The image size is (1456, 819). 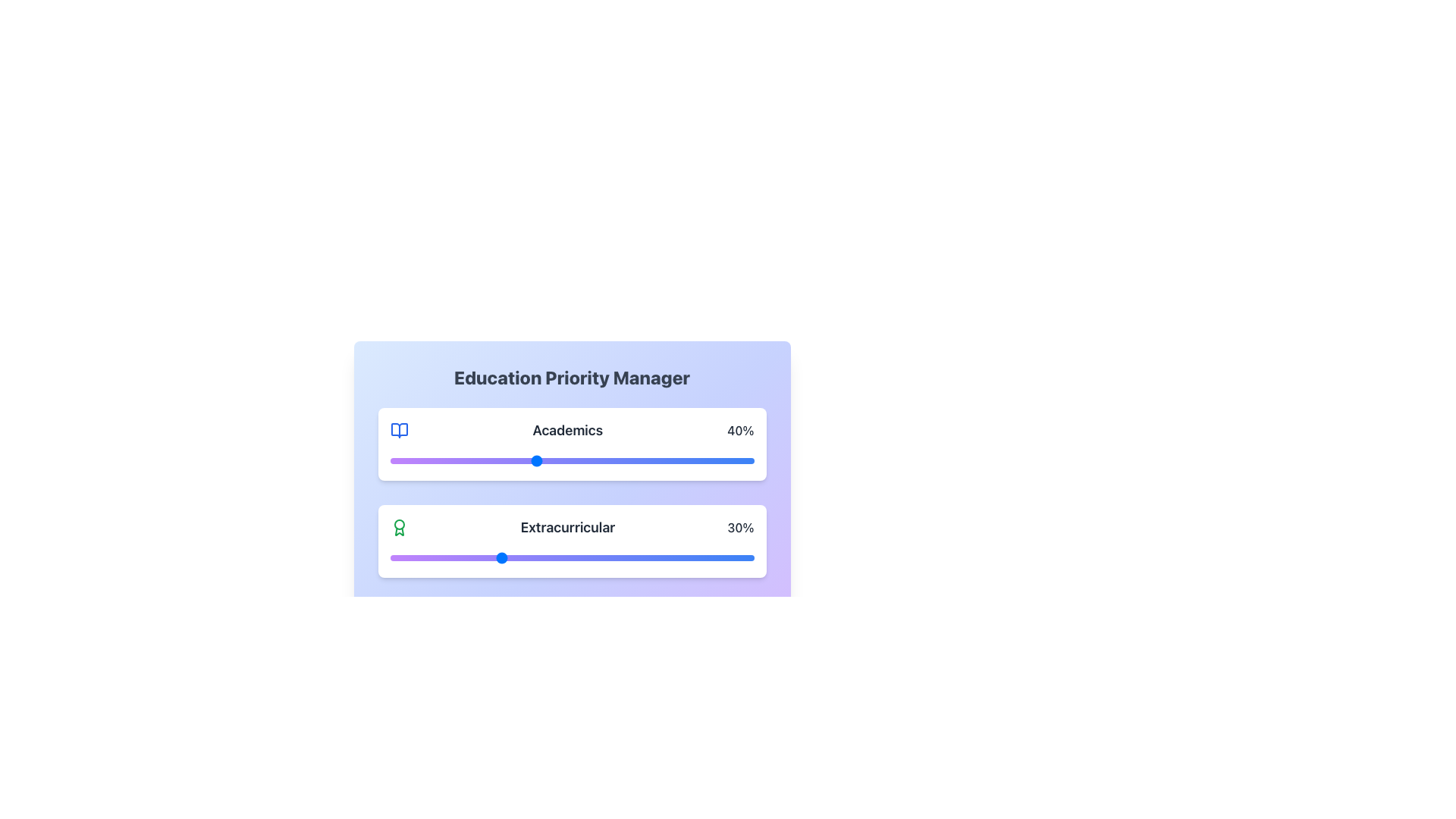 I want to click on the slider value, so click(x=553, y=460).